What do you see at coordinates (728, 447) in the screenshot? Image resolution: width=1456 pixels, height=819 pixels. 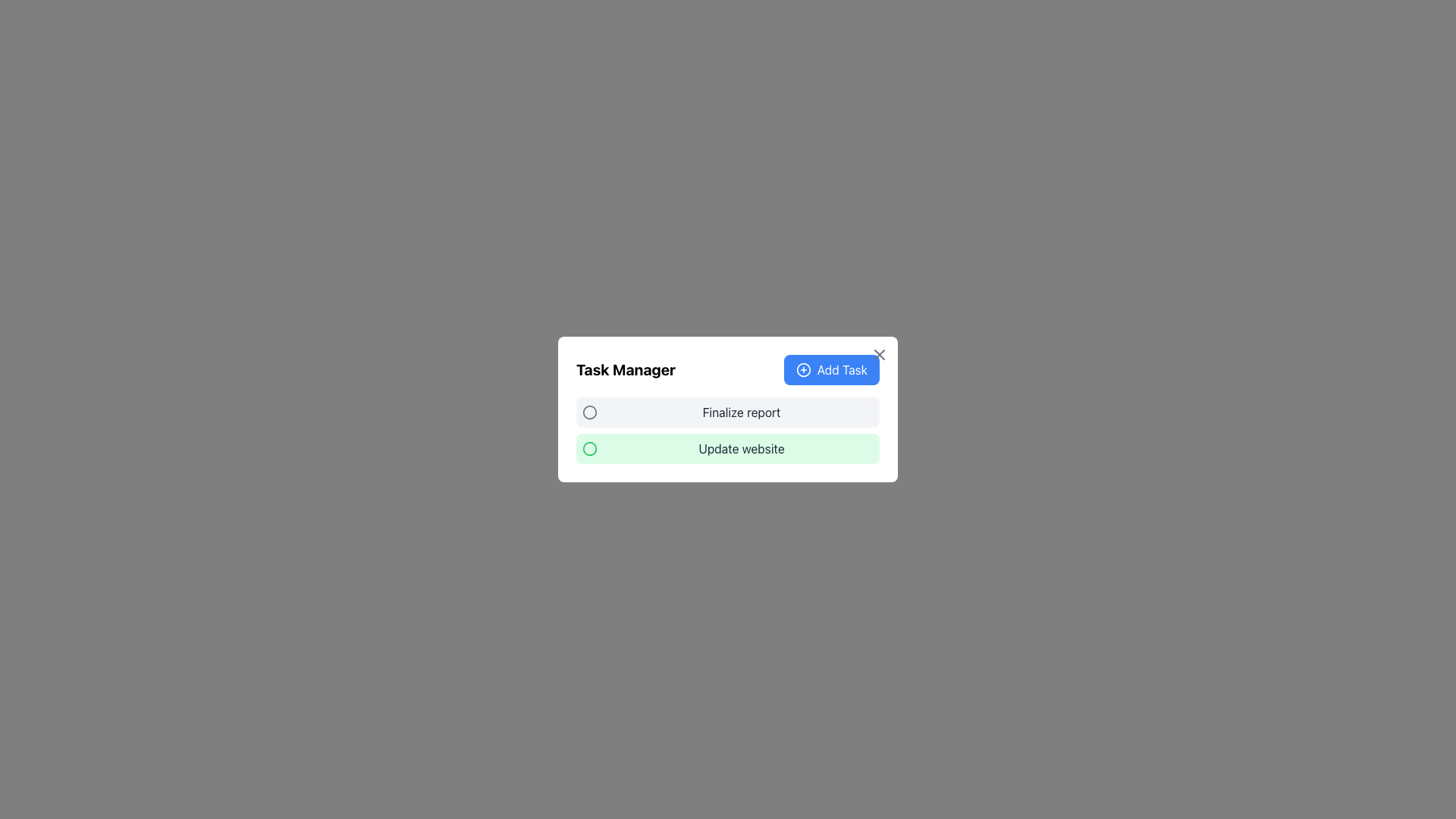 I see `the second list item in the Task Manager section` at bounding box center [728, 447].